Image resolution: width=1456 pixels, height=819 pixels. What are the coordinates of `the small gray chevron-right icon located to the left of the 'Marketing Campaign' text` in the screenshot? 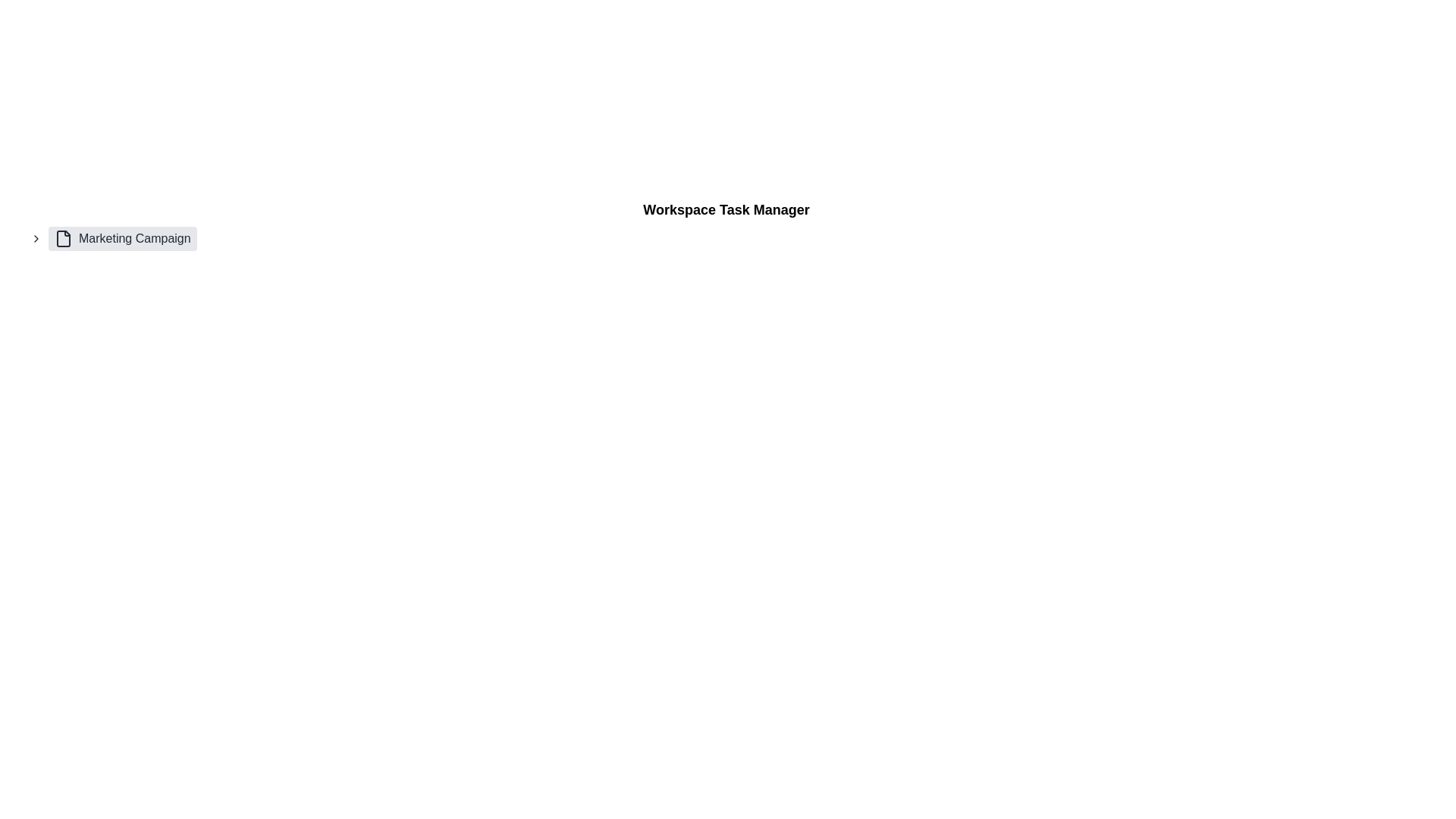 It's located at (36, 239).